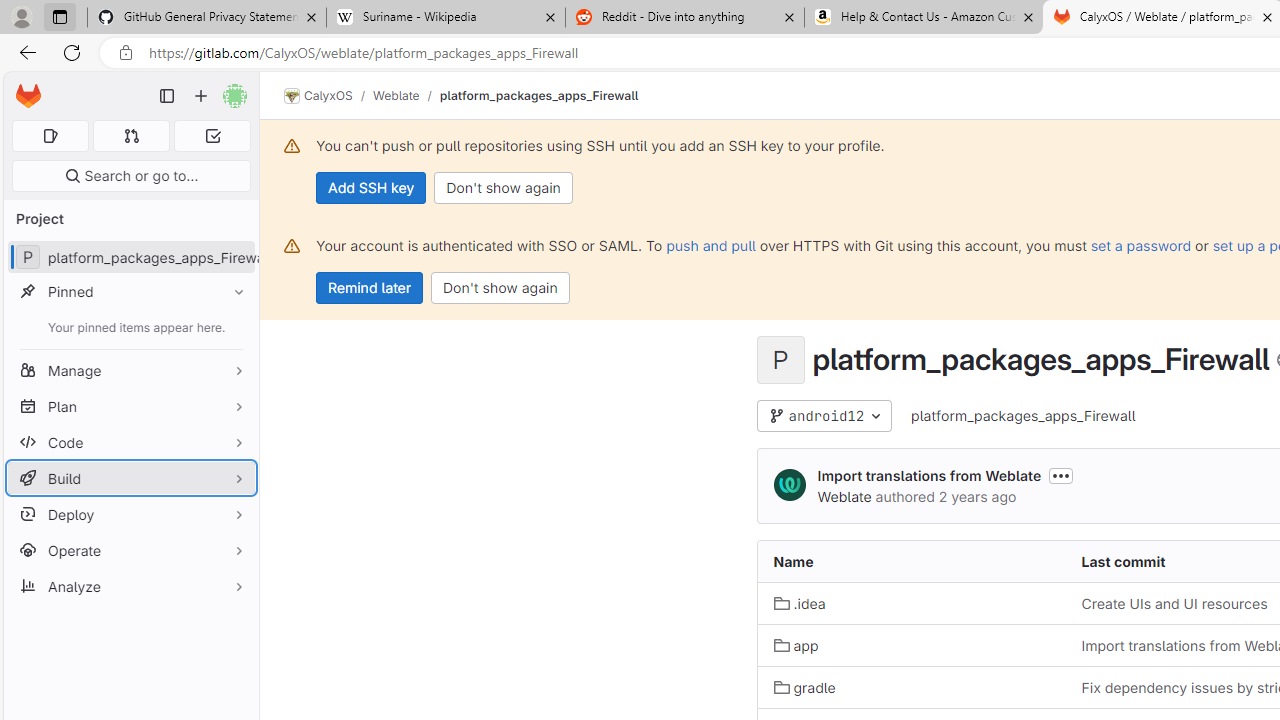 The height and width of the screenshot is (720, 1280). Describe the element at coordinates (910, 561) in the screenshot. I see `'Name'` at that location.